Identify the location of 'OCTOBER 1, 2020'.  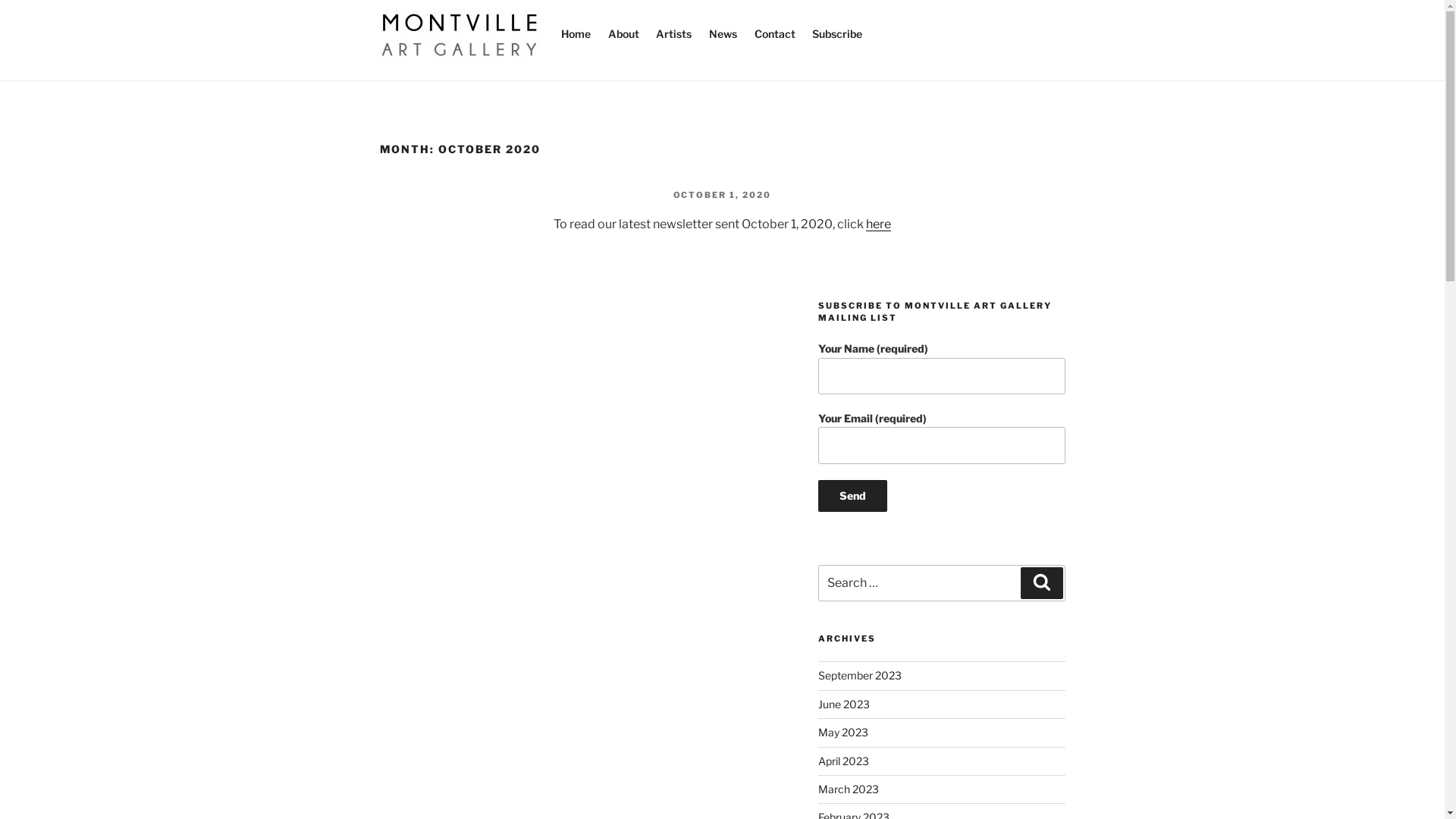
(722, 194).